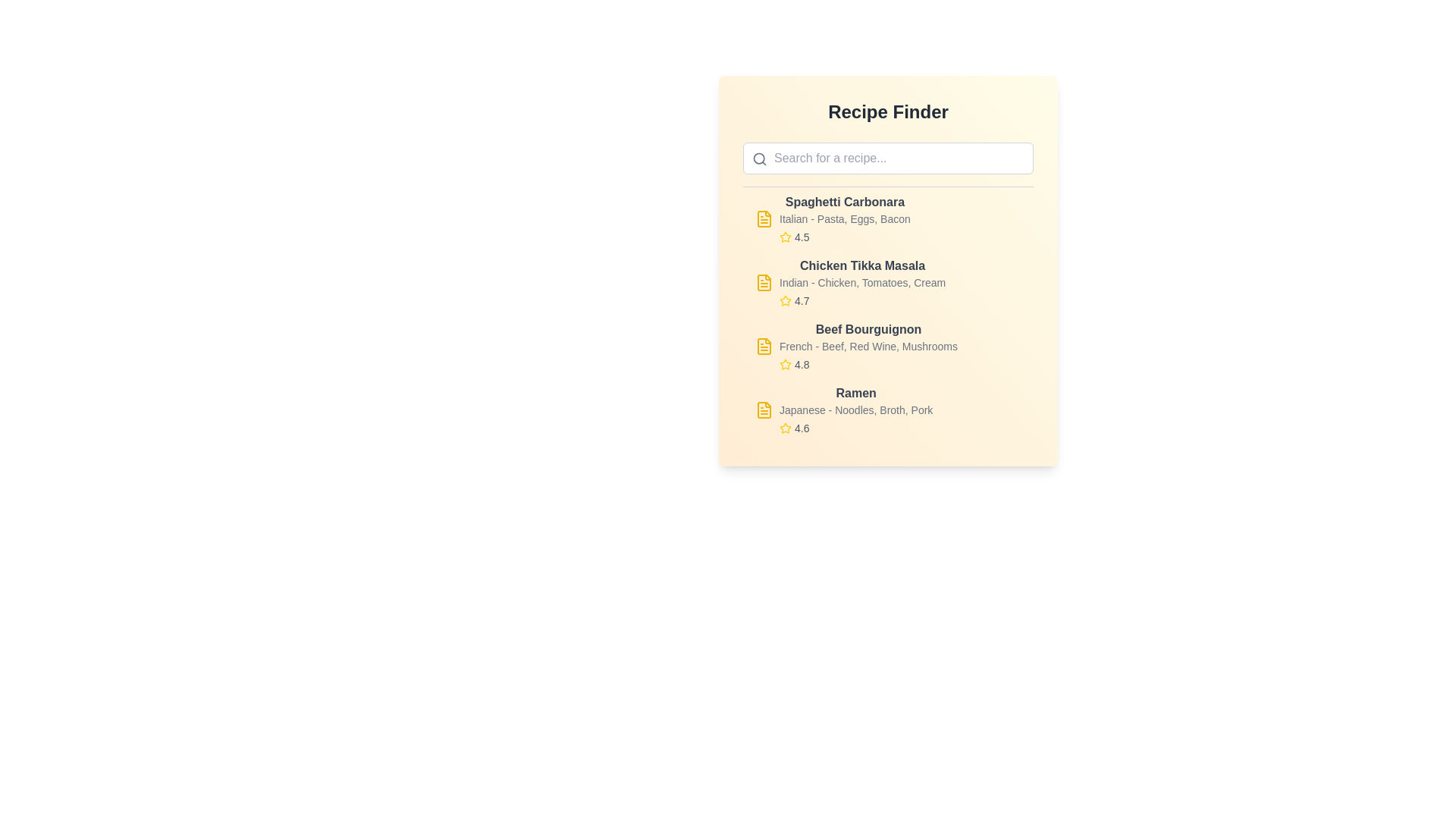 The height and width of the screenshot is (819, 1456). Describe the element at coordinates (862, 283) in the screenshot. I see `the static text element that describes the dish, which contains the words 'Indian - Chicken, Tomatoes, Cream', styled in light gray and positioned beneath the title 'Chicken Tikka Masala'` at that location.